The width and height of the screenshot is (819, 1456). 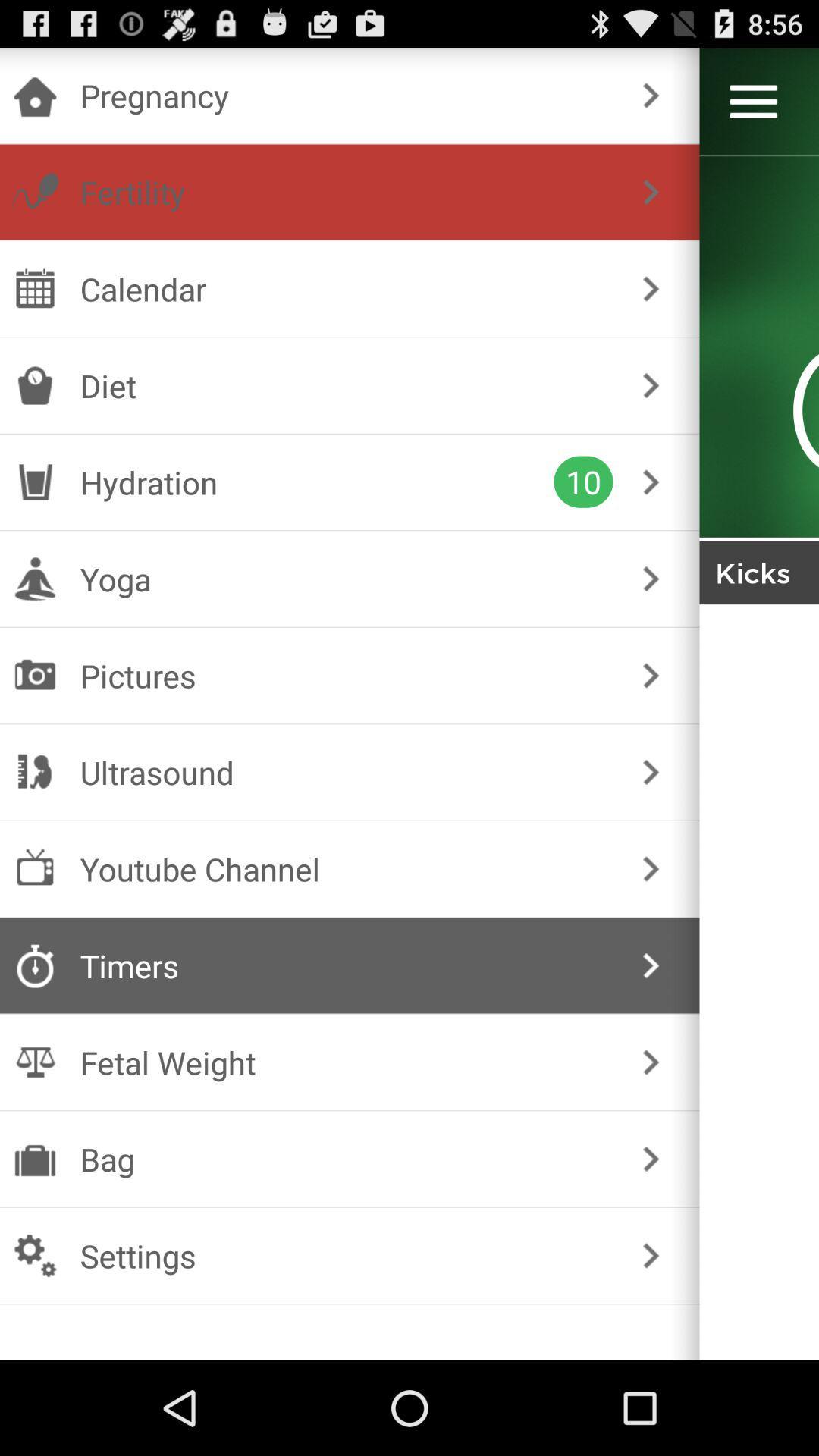 What do you see at coordinates (651, 869) in the screenshot?
I see `caret symbol on the right side of the text youtube channel` at bounding box center [651, 869].